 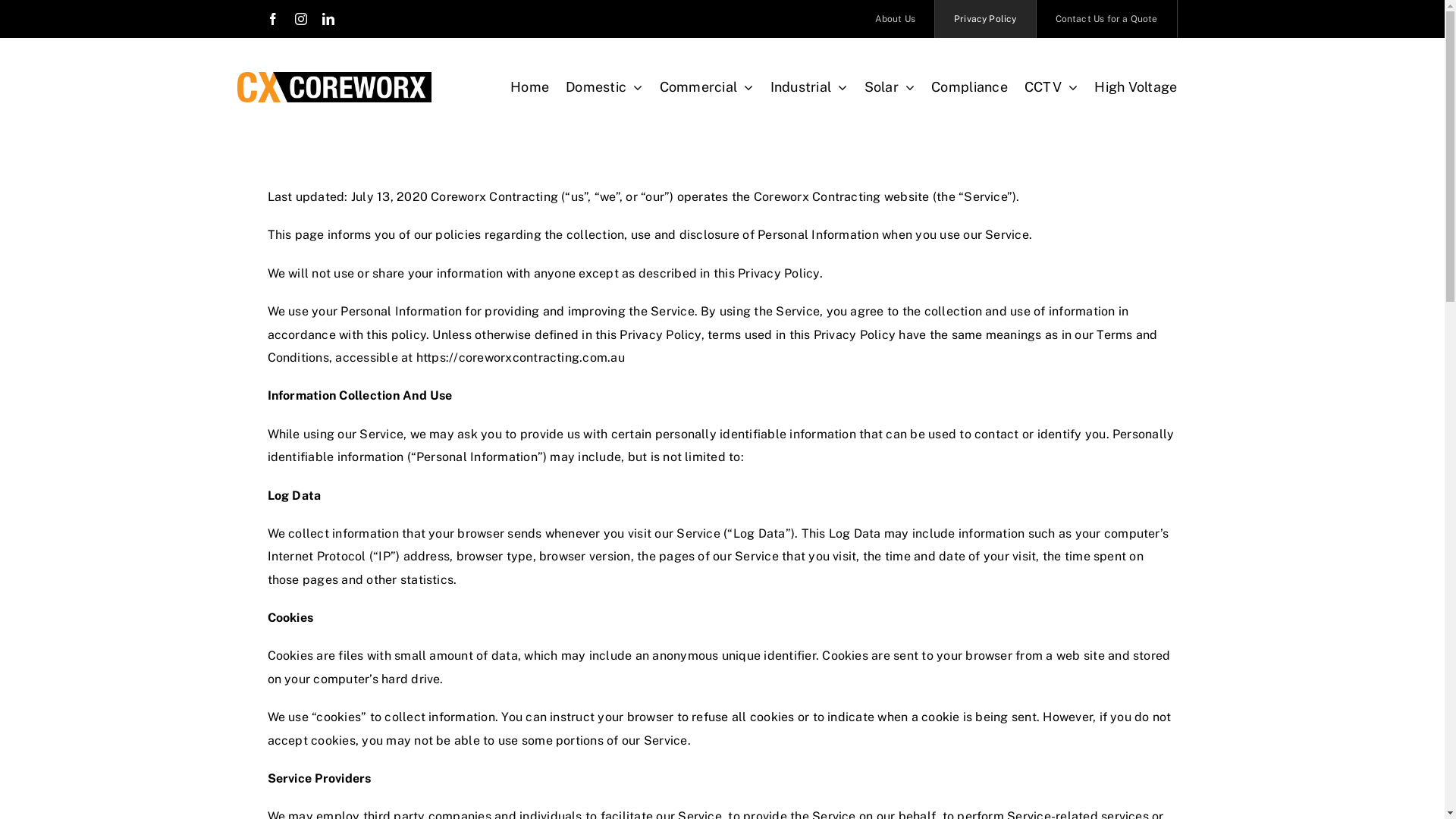 What do you see at coordinates (529, 87) in the screenshot?
I see `'Home'` at bounding box center [529, 87].